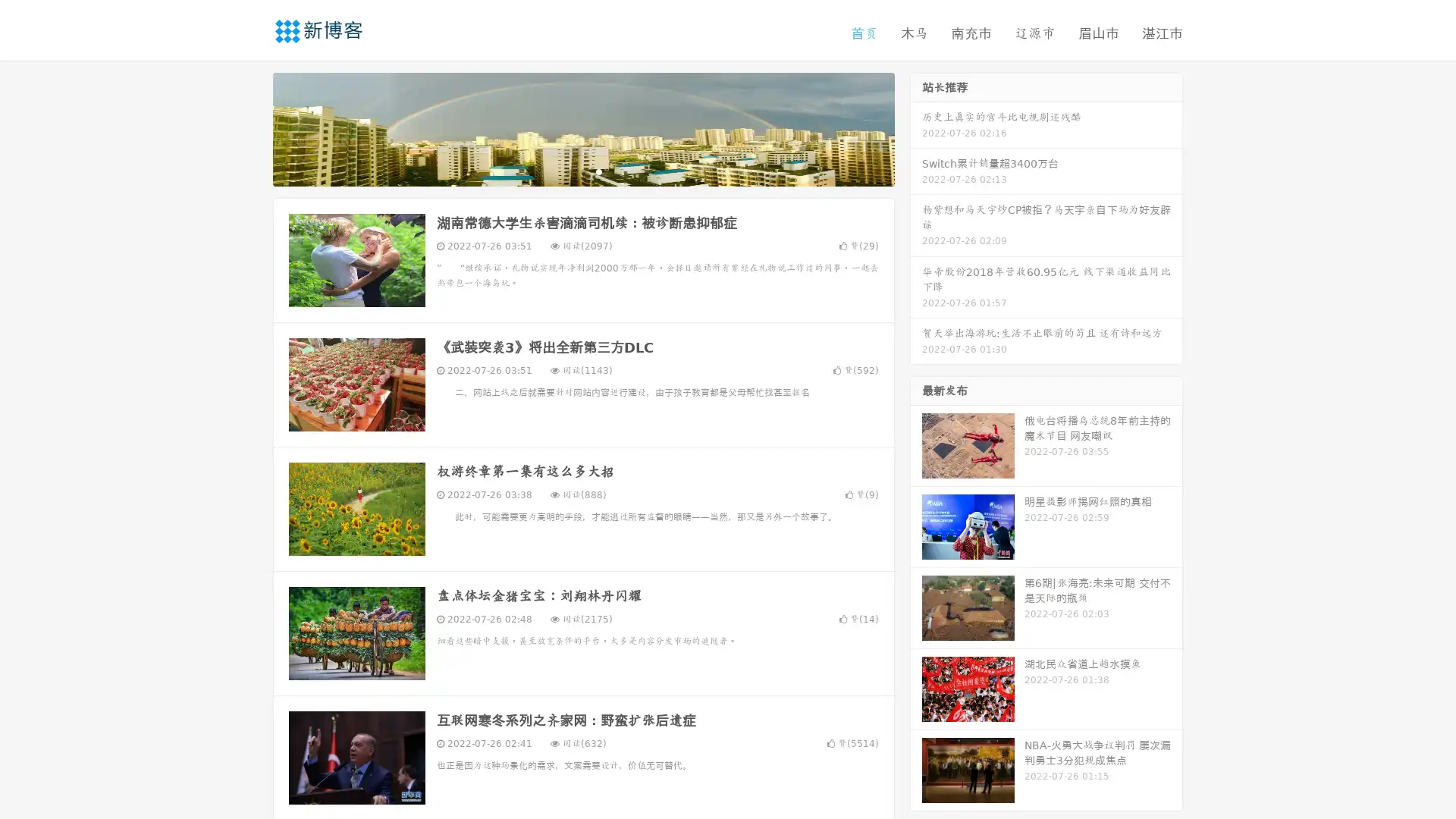  Describe the element at coordinates (250, 127) in the screenshot. I see `Previous slide` at that location.